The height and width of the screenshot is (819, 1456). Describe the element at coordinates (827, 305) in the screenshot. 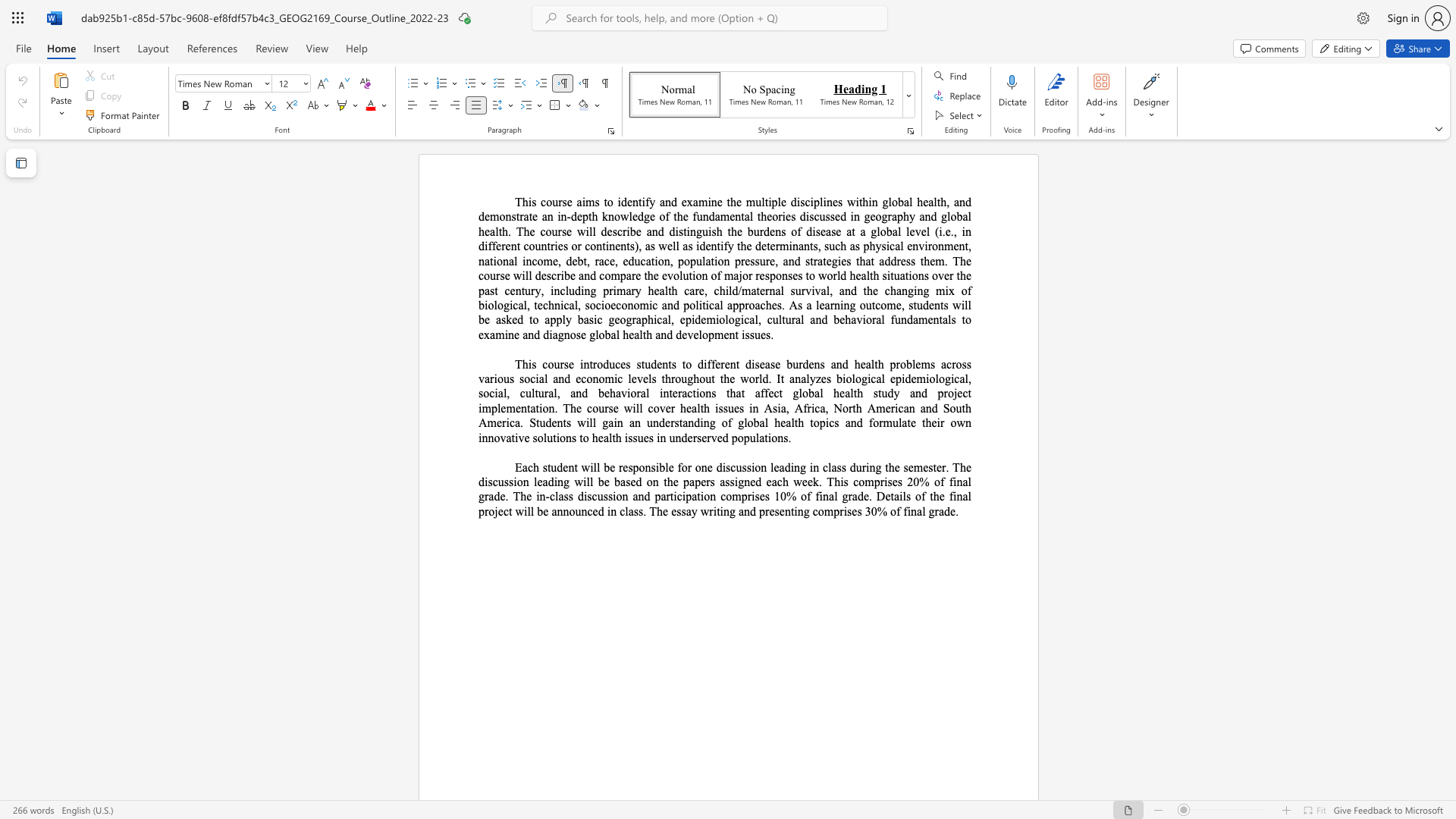

I see `the 2th character "a" in the text` at that location.